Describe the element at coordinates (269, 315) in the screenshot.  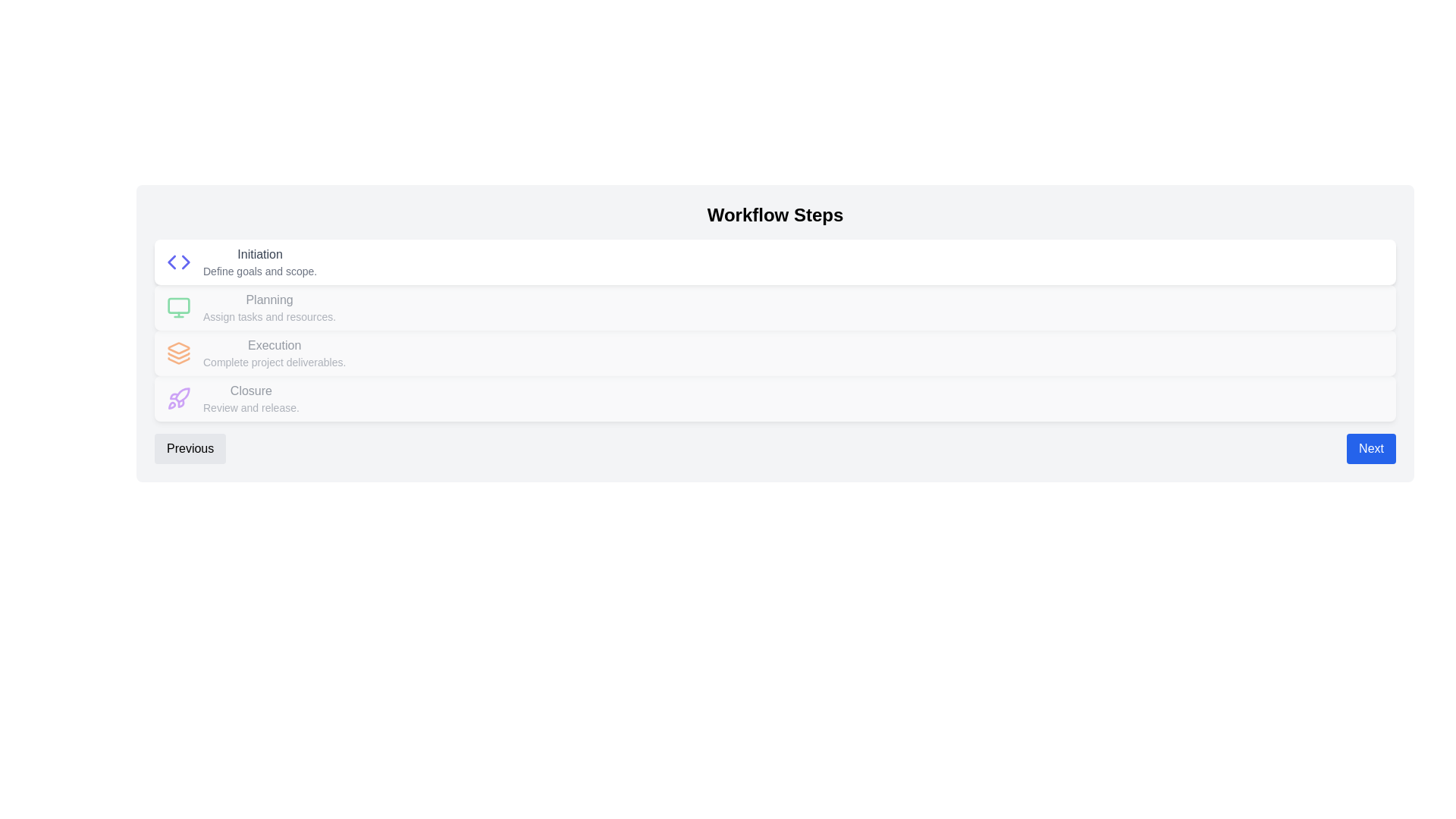
I see `text label displaying 'Assign tasks and resources.' located beneath the 'Planning' label in the 'Workflow Steps' interface` at that location.